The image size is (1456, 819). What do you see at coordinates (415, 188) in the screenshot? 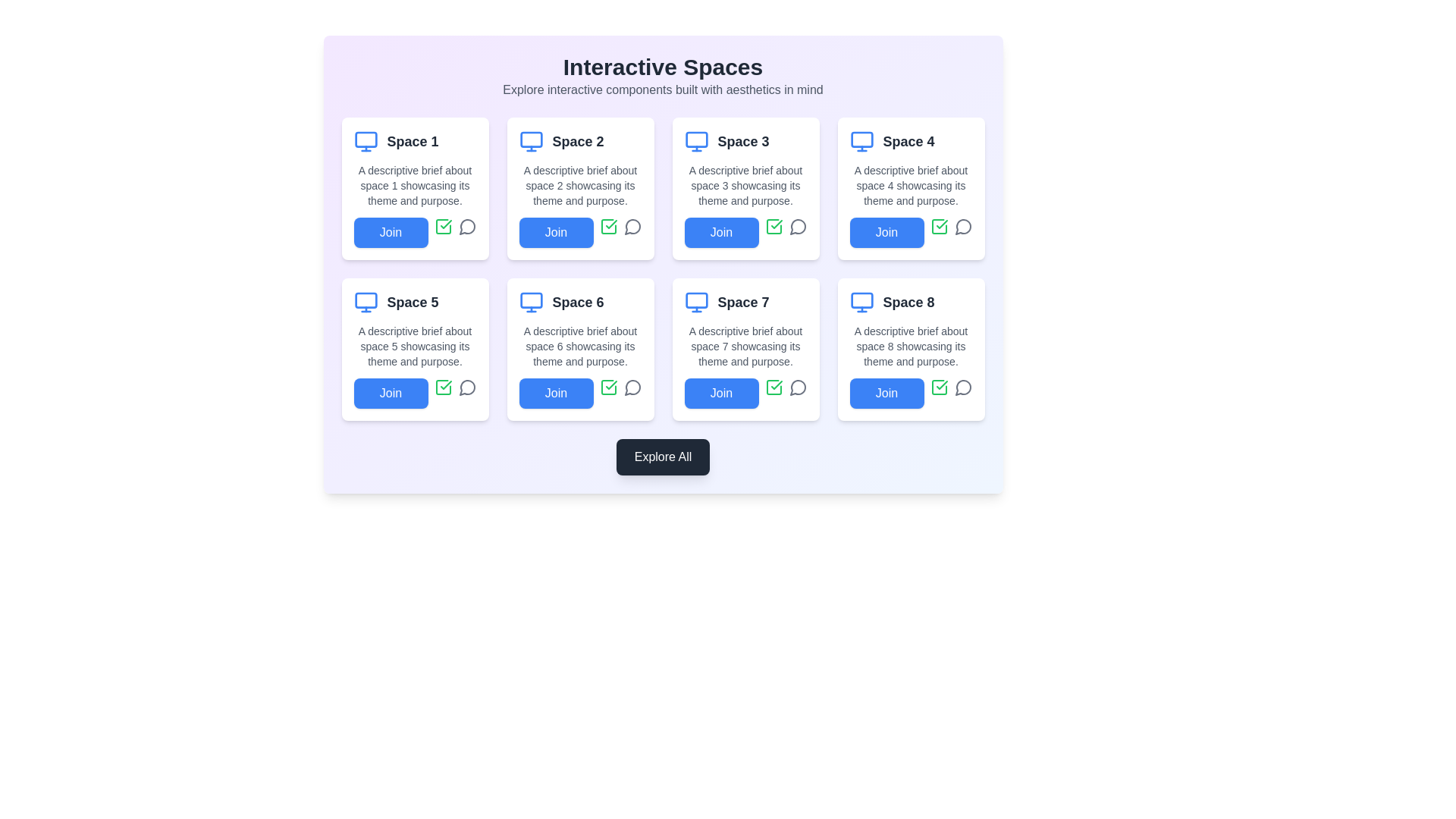
I see `descriptive text of the Interactive Card labeled 'Space 1', which is located at the top-left corner of the grid layout` at bounding box center [415, 188].